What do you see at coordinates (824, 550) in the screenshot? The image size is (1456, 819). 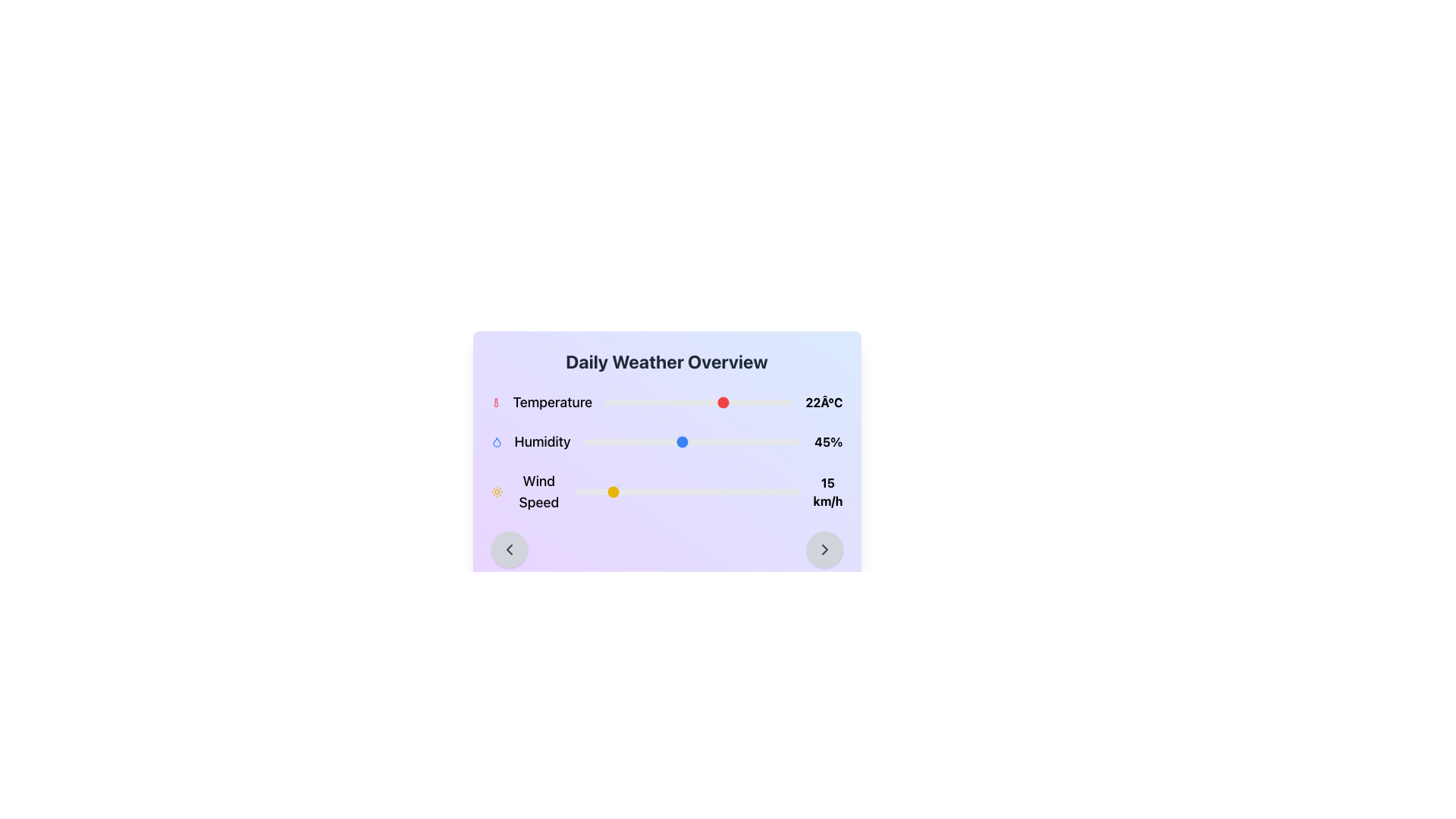 I see `the rightward pointing chevron icon located within the circular button at the bottom-right corner of the 'Daily Weather Overview' panel` at bounding box center [824, 550].